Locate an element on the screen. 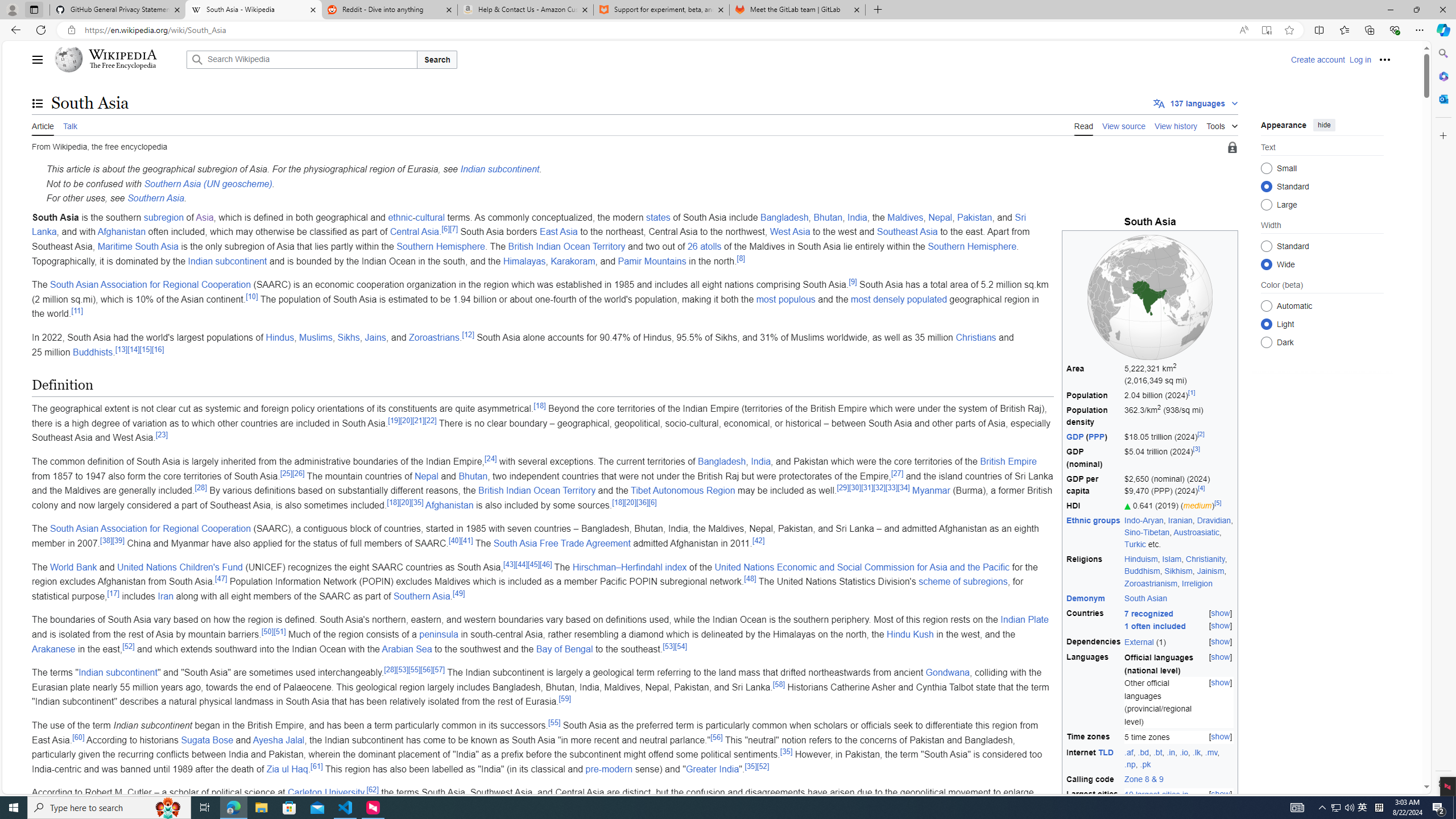 Image resolution: width=1456 pixels, height=819 pixels. '$2,650 (nominal) (2024) $9,470 (PPP) (2024)[4]' is located at coordinates (1178, 484).